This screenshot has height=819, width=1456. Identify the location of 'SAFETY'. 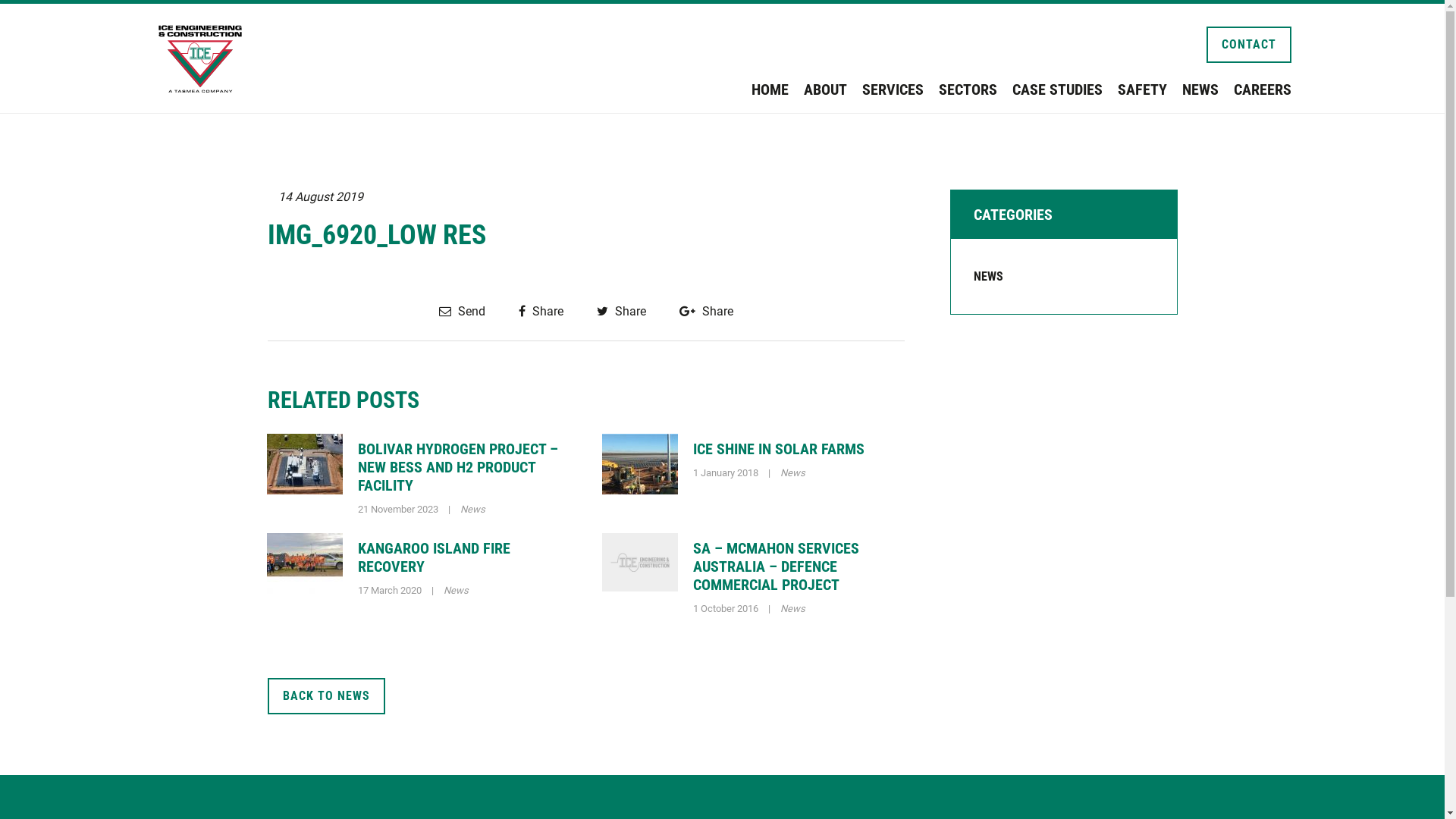
(1117, 89).